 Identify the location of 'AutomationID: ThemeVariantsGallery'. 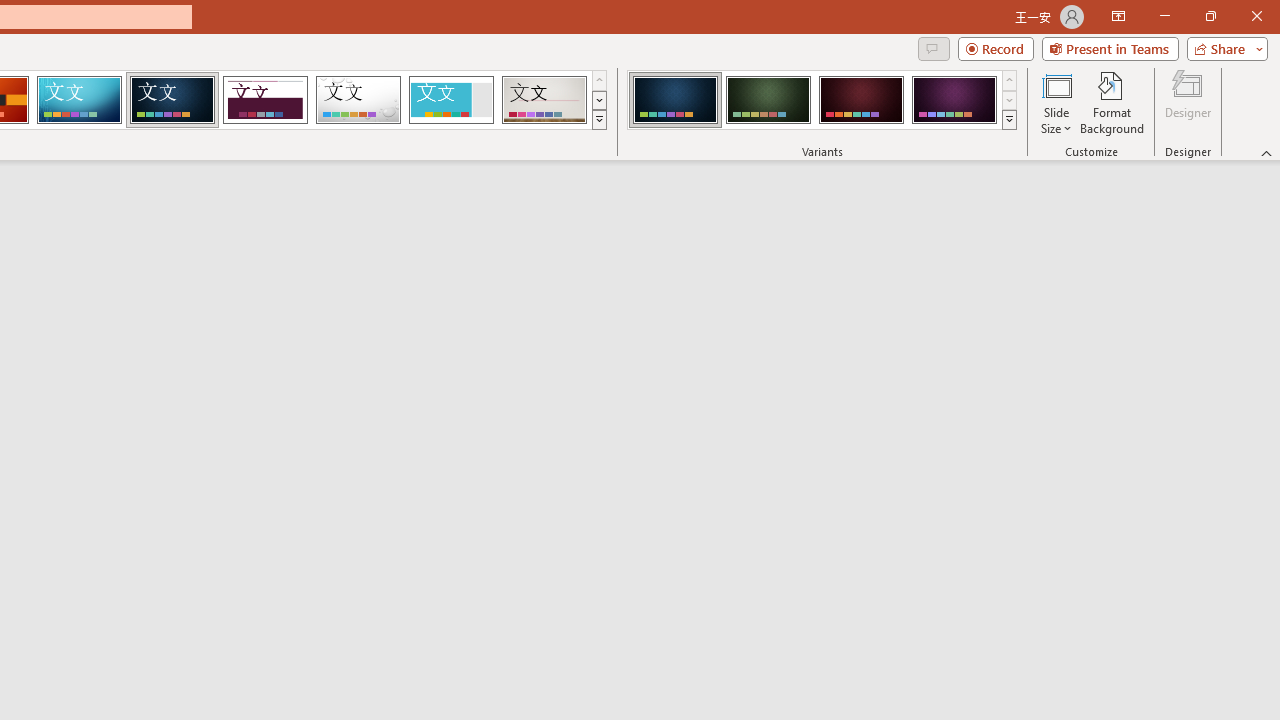
(823, 100).